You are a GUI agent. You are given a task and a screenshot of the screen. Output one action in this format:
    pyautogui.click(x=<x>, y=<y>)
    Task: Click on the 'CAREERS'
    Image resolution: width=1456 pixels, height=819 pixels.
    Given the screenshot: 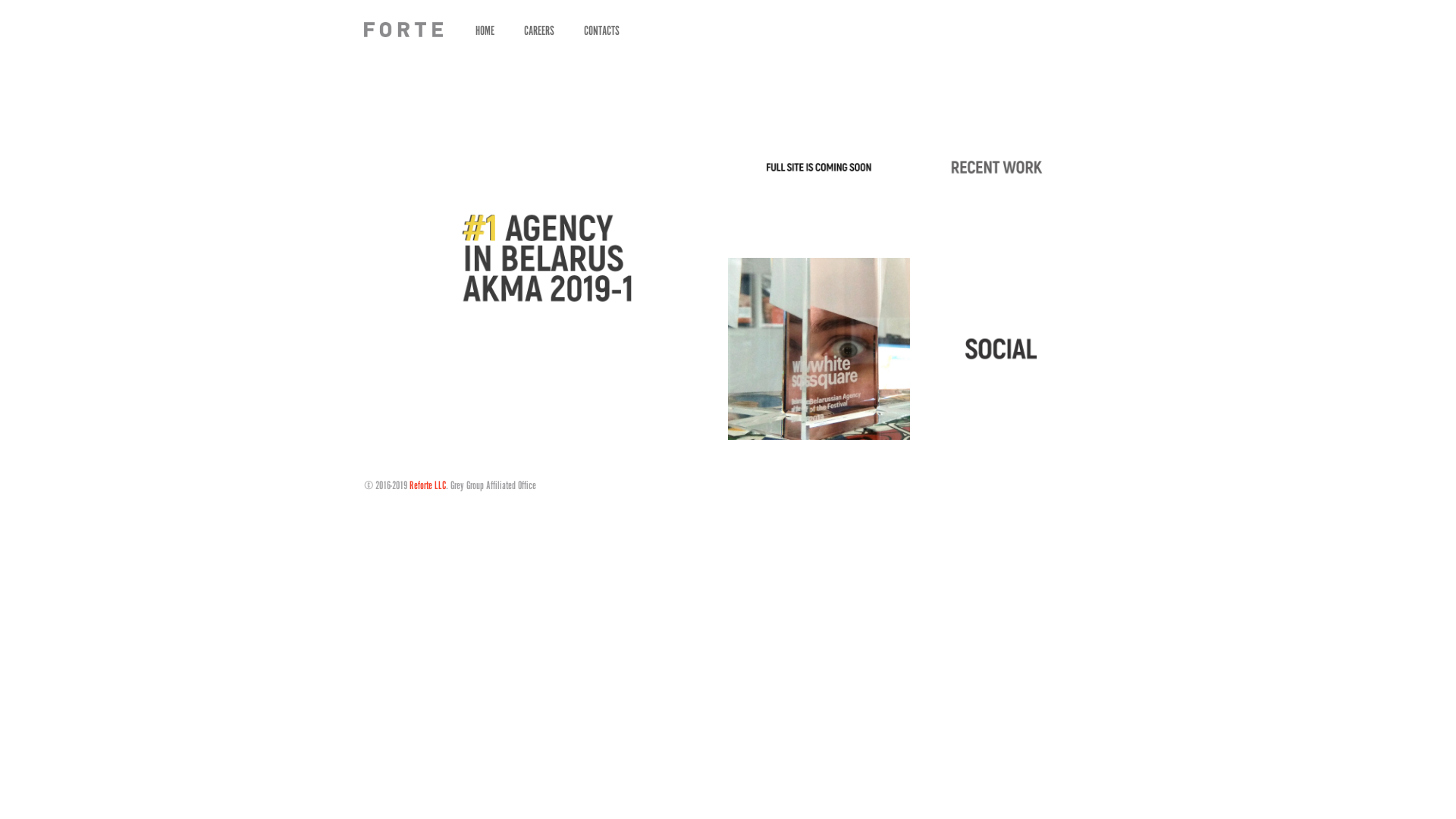 What is the action you would take?
    pyautogui.click(x=538, y=30)
    